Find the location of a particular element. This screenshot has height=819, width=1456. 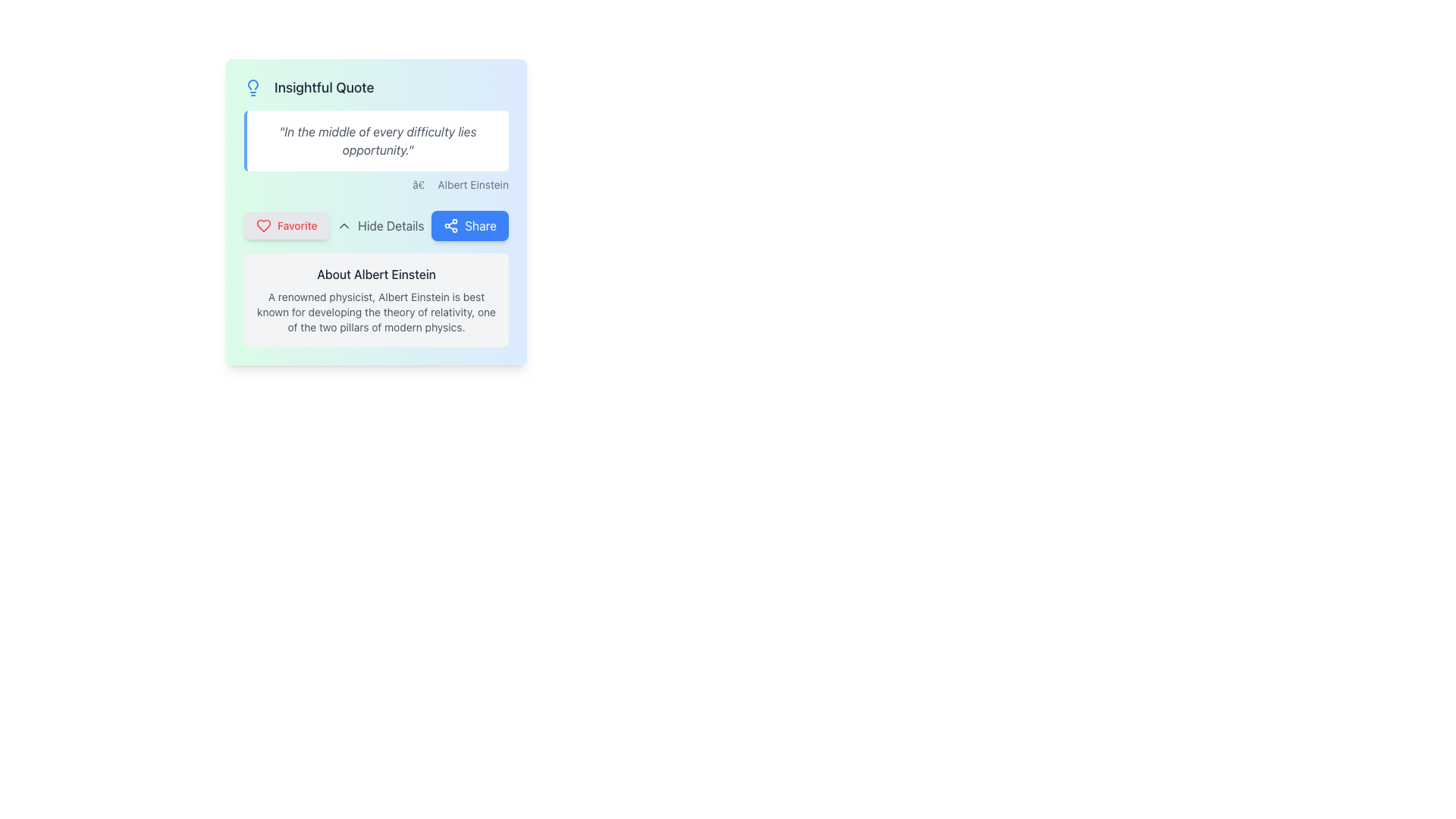

the Hide Details button on the Interactive action bar located centrally below the quote and above the information about Albert Einstein is located at coordinates (376, 225).